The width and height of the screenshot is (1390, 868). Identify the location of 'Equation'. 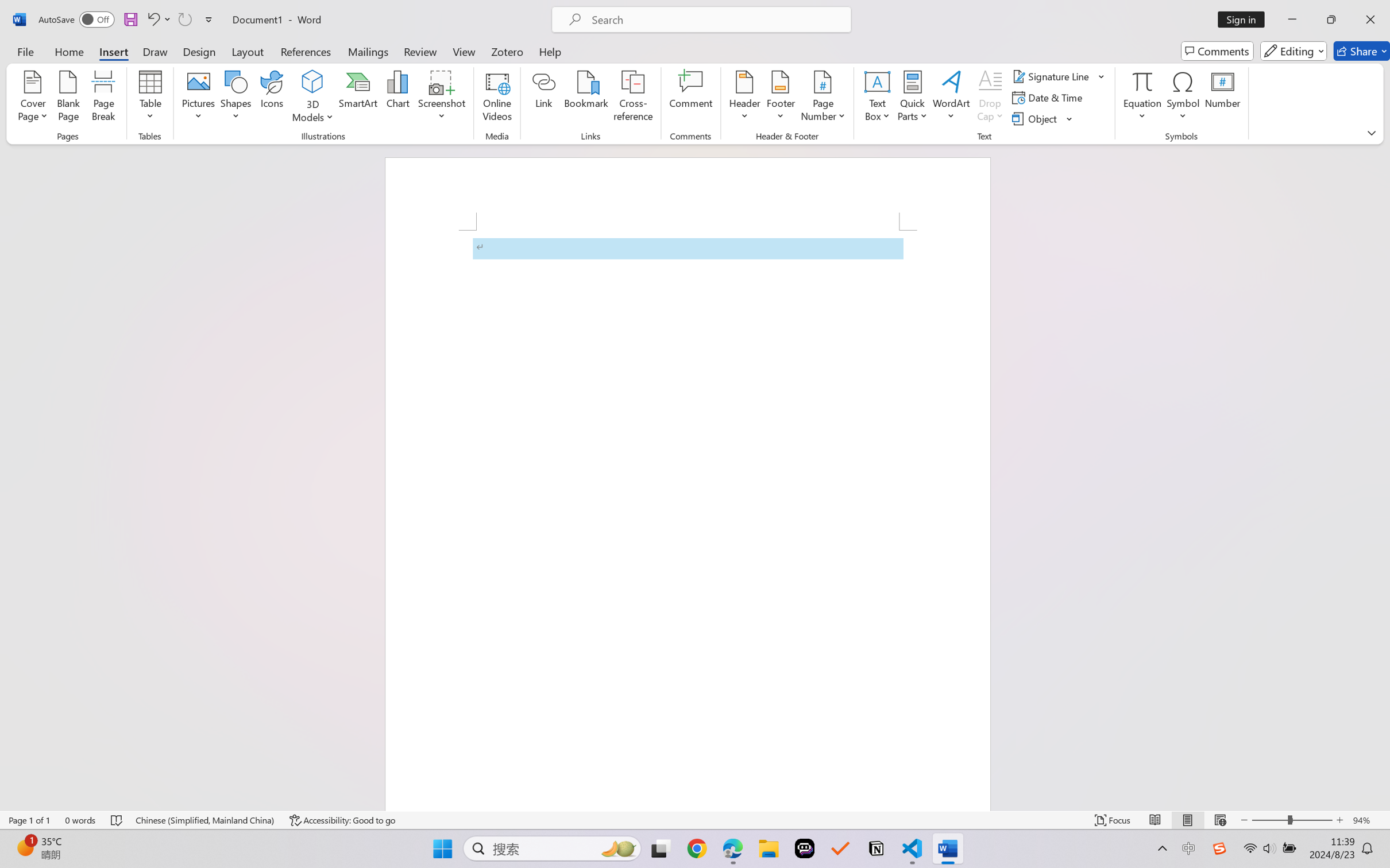
(1142, 98).